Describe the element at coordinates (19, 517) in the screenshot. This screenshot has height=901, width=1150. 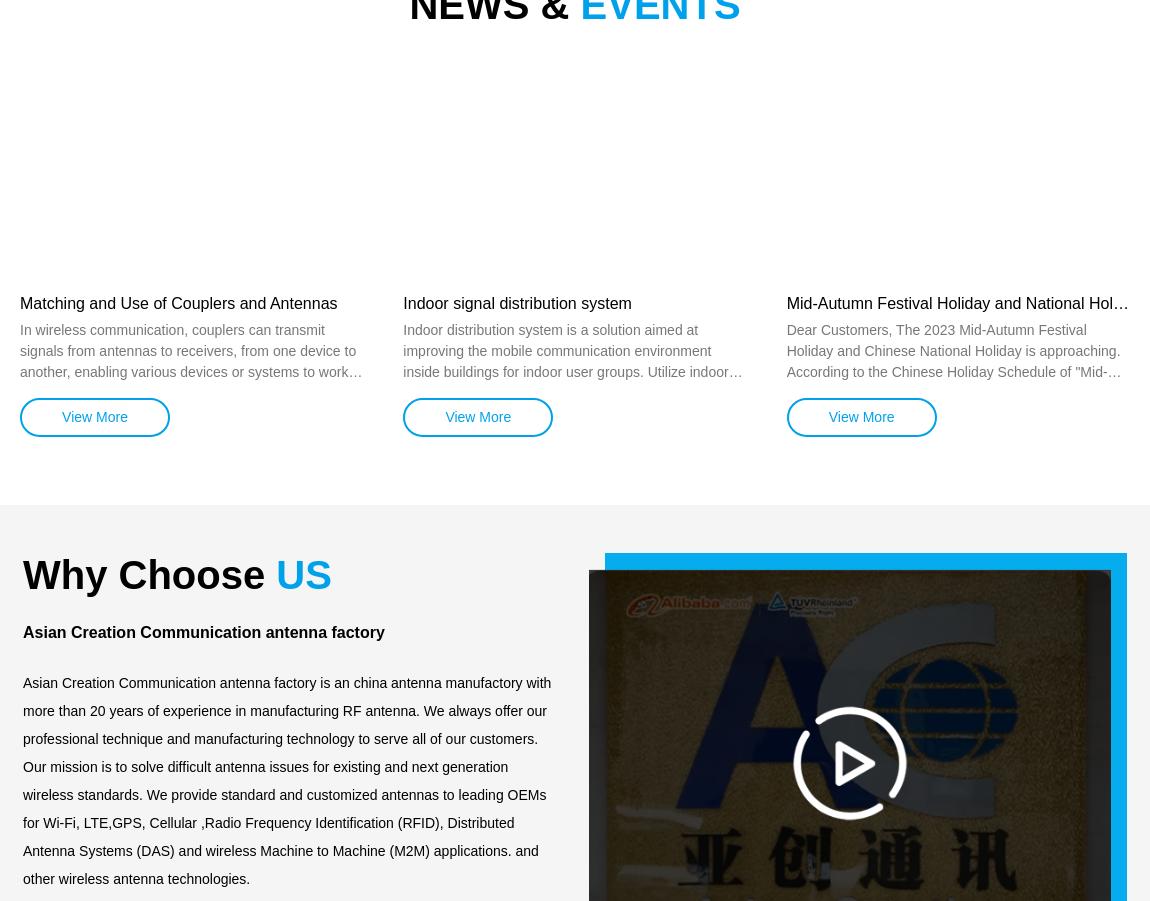
I see `'In wireless communication, couplers can transmit signals from antennas to receivers, from one device to another, enabling various devices or systems to work in coordination with each other, thus achieving wireless communication.

The main function of couplers is to connect and transmit signals or energy, enabling different devices or systems to work in coordination with each other. Couplers have been widely used in many fields, including electronic communication, optics, mechanical engineering, etc., making important contributions to the development of modern technology and engineering.

Asian Creation Communication Antenna Factory in producing various types of the Antenna and the passive component Couplers. It can be widely used in various types electronic communication, optical, mechanical engineering and other solutions.Welcome to contact with us if any interesting: +86-757-87668779 or 13925901402(WeChat and WhatsApp sync)'` at that location.